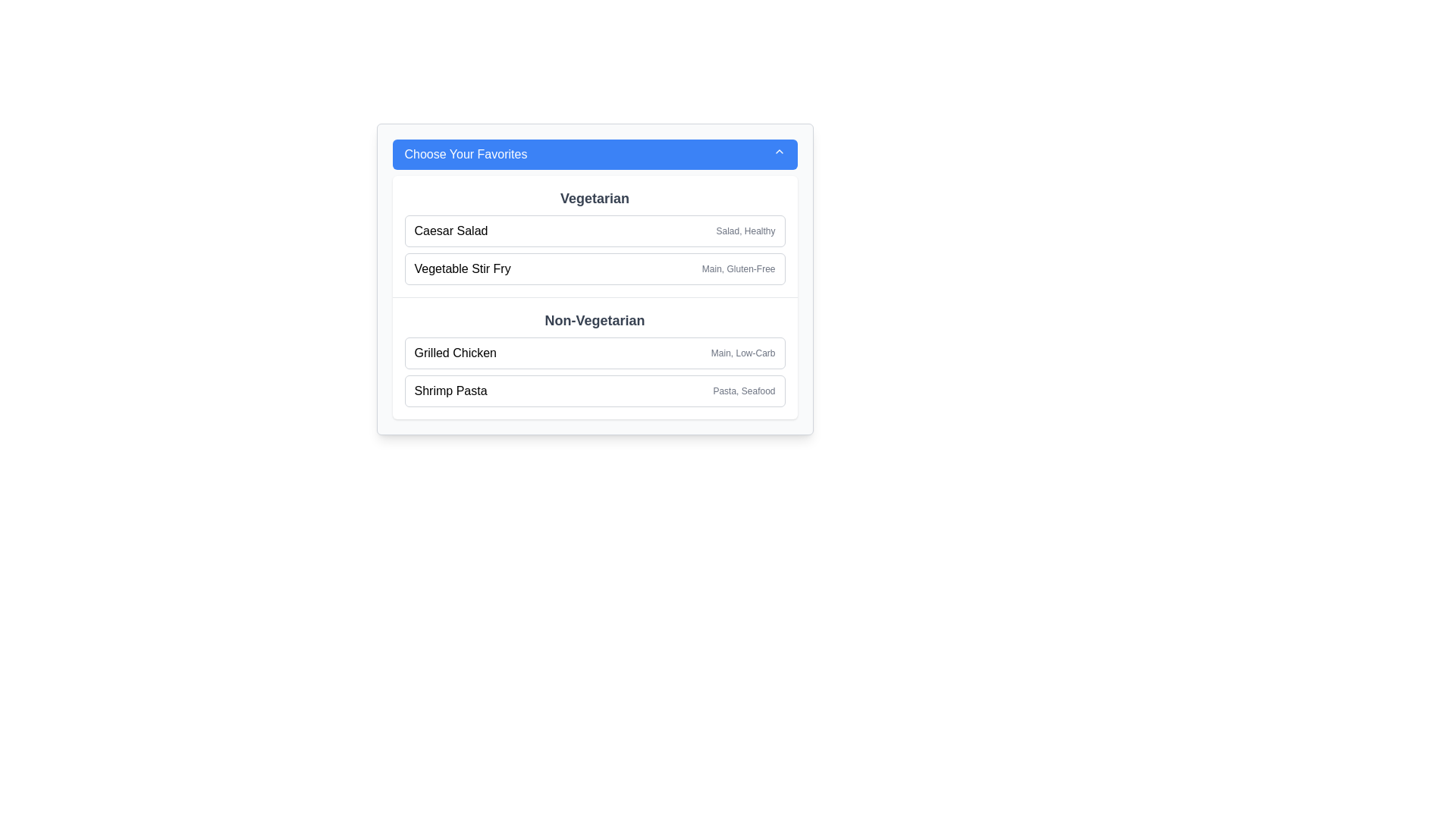 This screenshot has width=1456, height=819. What do you see at coordinates (594, 155) in the screenshot?
I see `the horizontal blue bar labeled 'Choose Your Favorites'` at bounding box center [594, 155].